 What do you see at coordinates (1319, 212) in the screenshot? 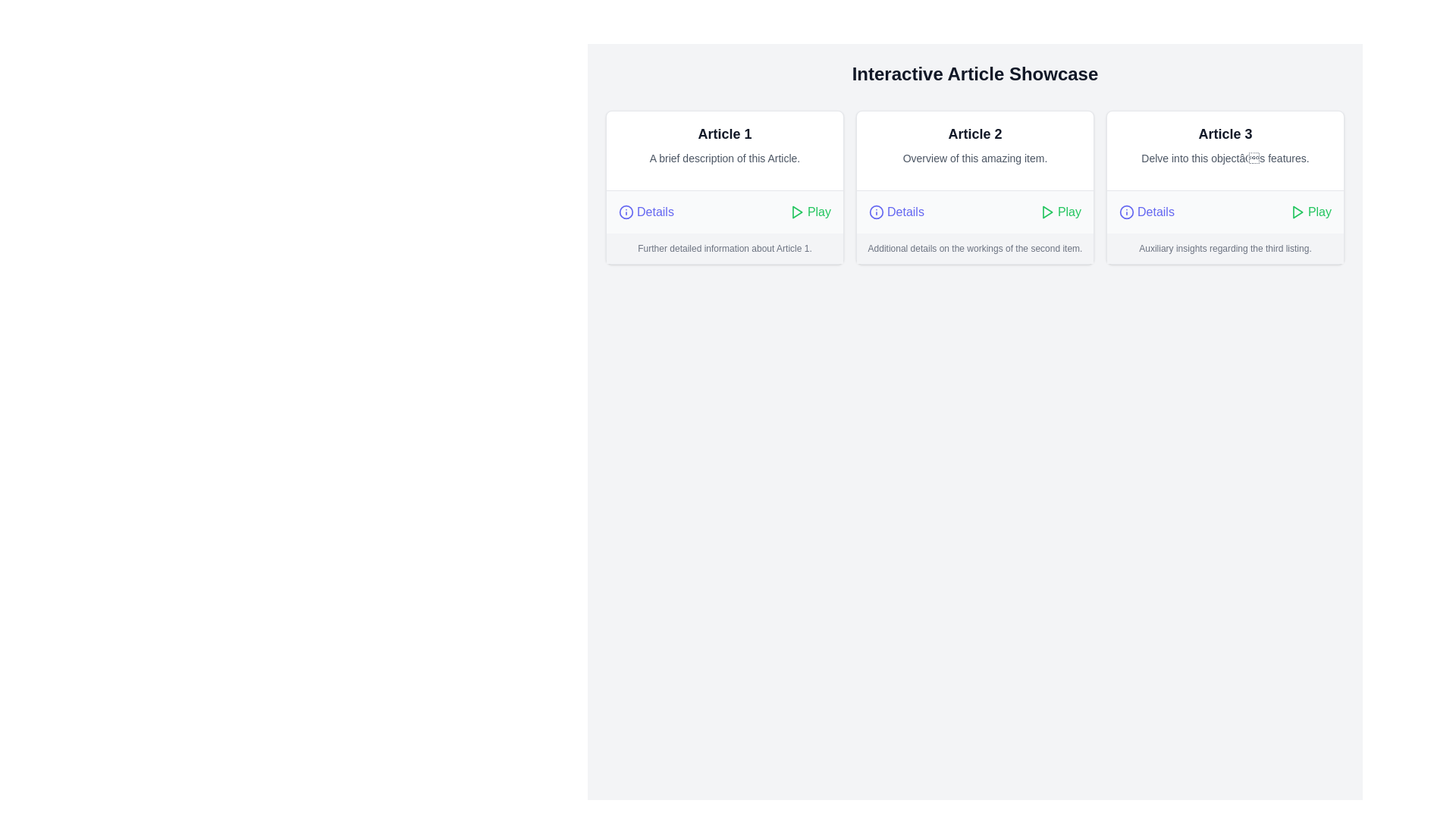
I see `the play functionality text label located in the bottom right corner of the 'Article 3' section` at bounding box center [1319, 212].